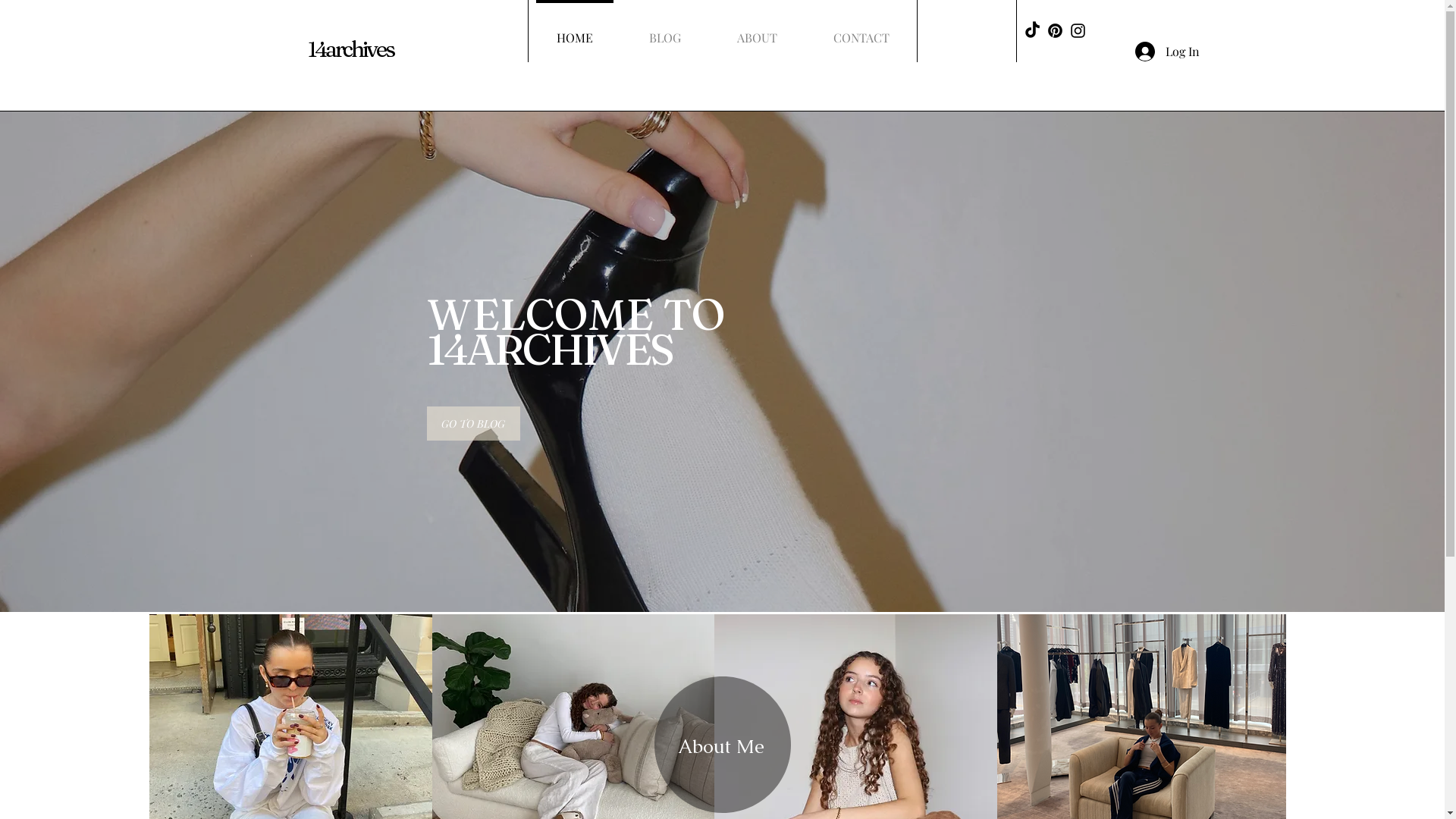 The image size is (1456, 819). What do you see at coordinates (350, 48) in the screenshot?
I see `'14archives'` at bounding box center [350, 48].